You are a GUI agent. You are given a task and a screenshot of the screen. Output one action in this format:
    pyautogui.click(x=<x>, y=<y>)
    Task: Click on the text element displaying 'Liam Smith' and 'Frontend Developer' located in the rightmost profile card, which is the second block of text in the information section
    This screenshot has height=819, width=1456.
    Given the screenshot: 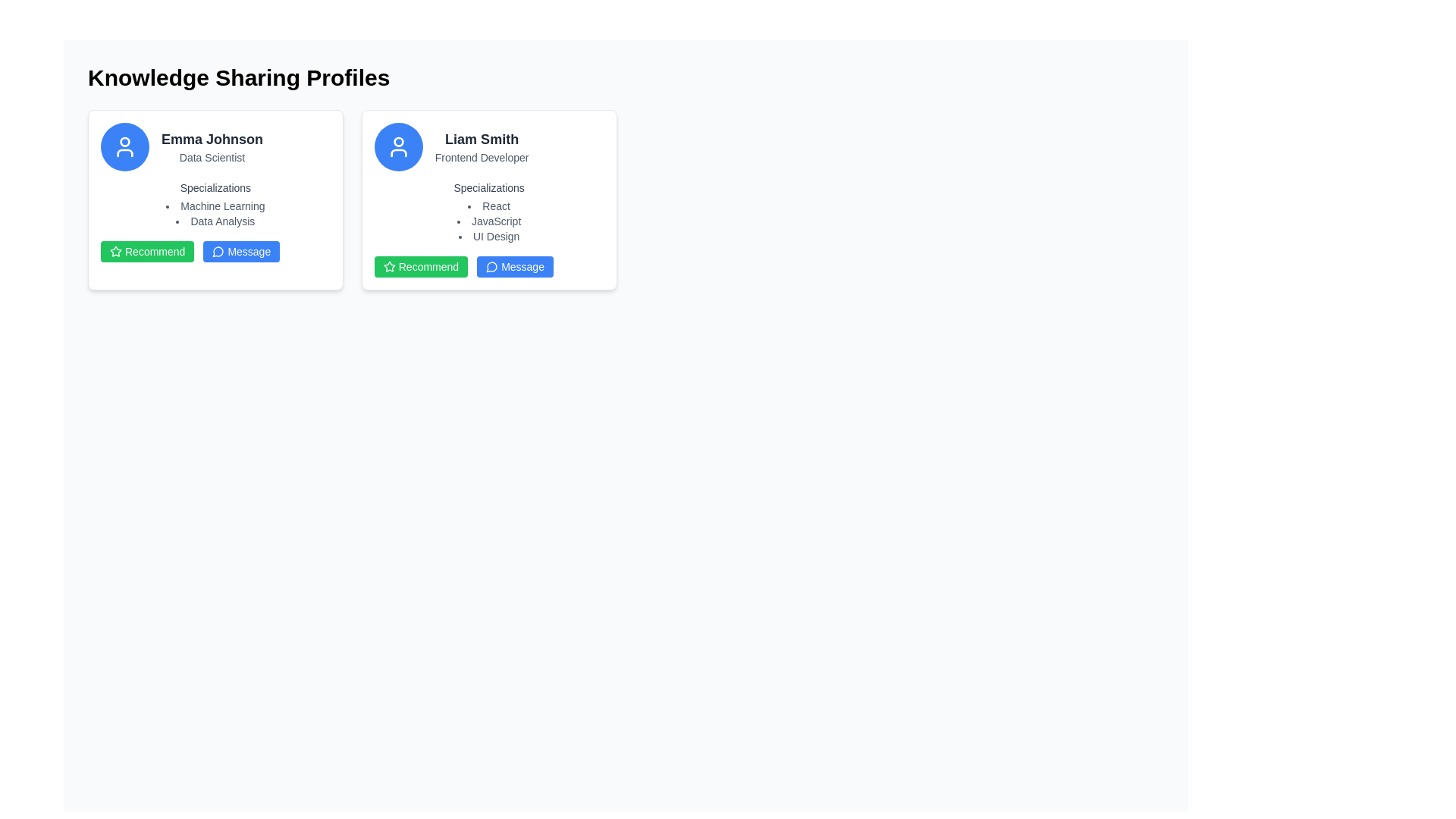 What is the action you would take?
    pyautogui.click(x=481, y=146)
    